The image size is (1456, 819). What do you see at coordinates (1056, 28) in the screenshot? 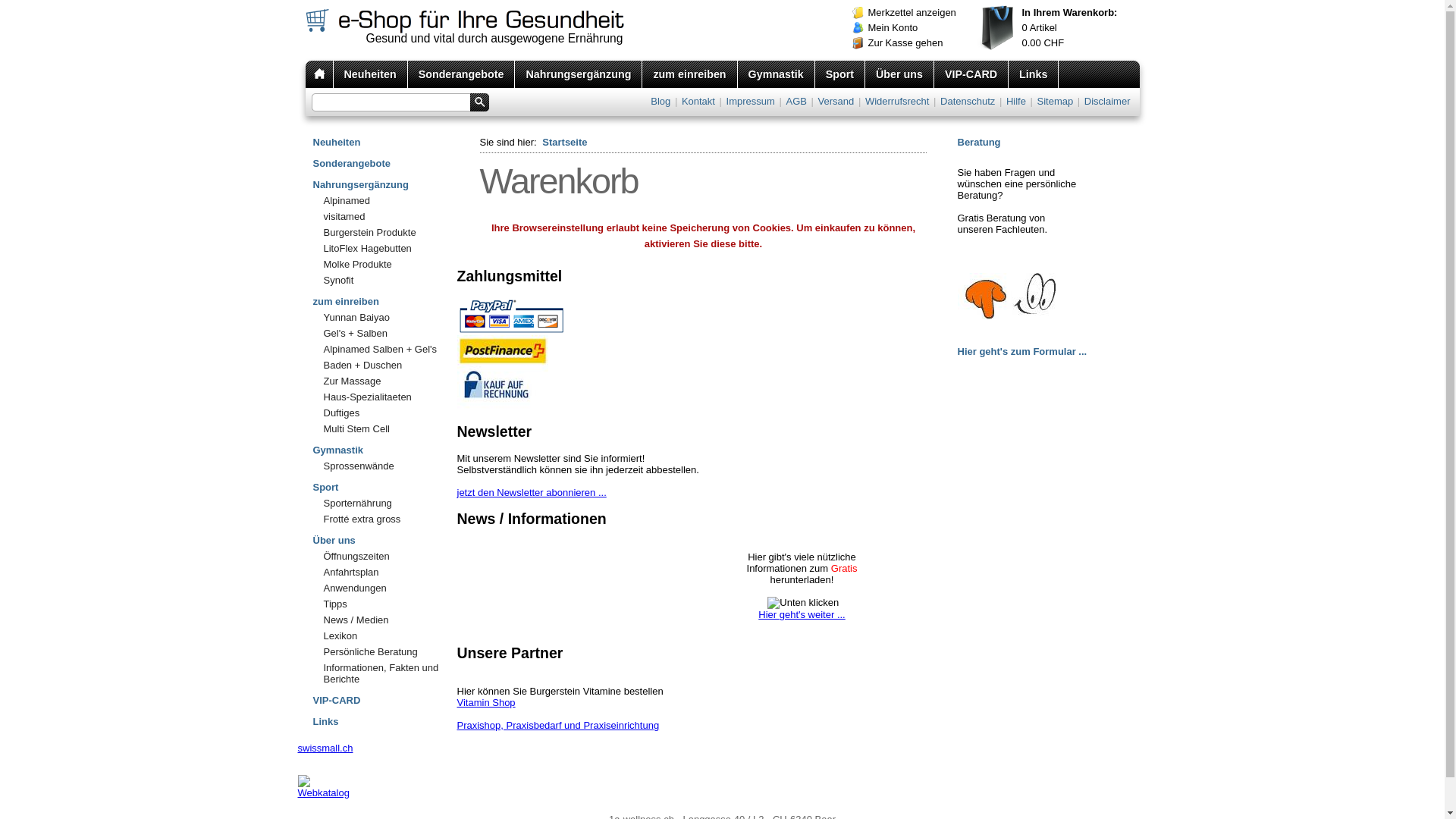
I see `'In Ihrem Warenkorb:` at bounding box center [1056, 28].